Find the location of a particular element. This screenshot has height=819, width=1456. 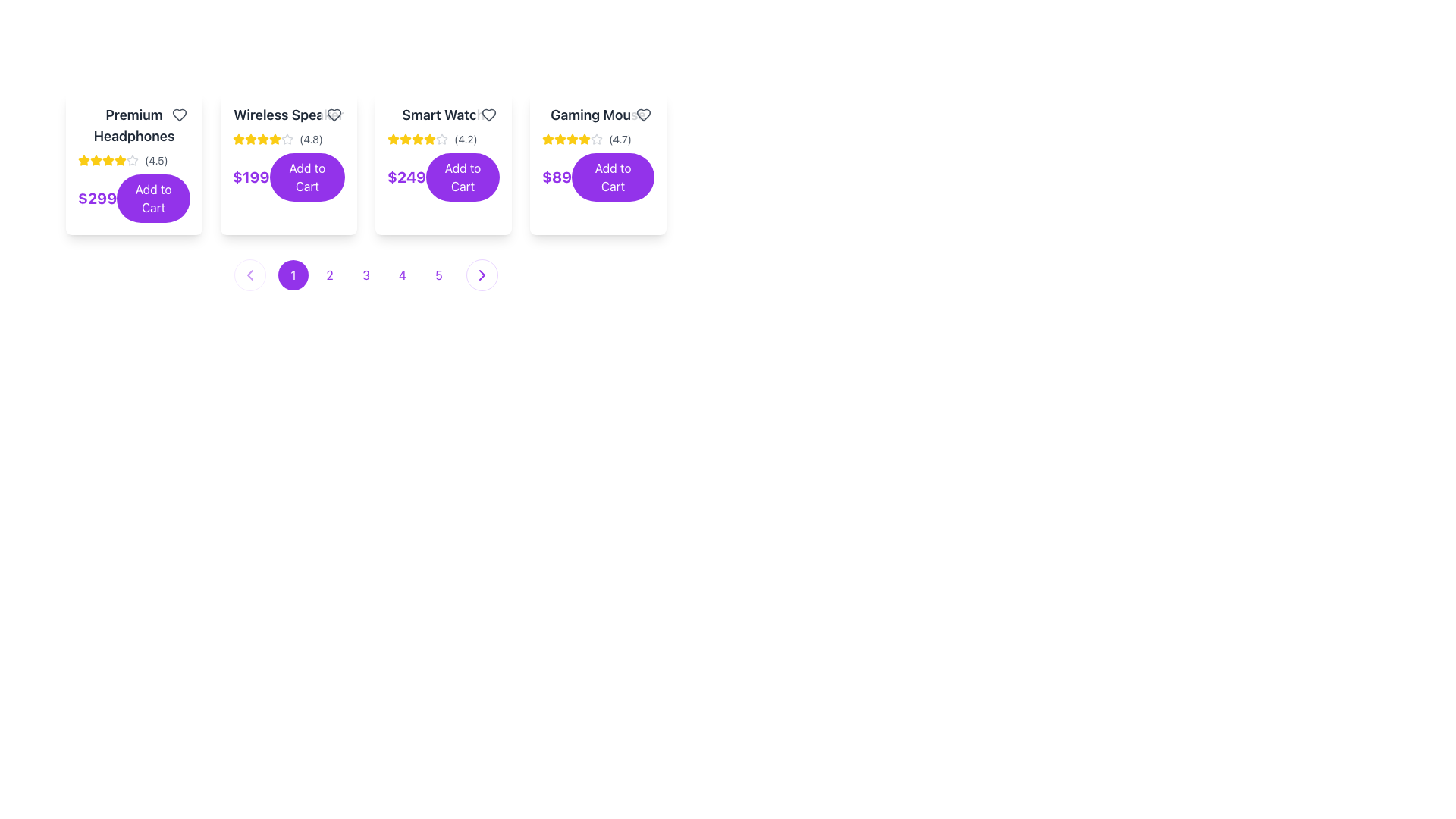

the Rating display element for the Smart Watch, specifically targeting the stars and the numerical rating '(4.2)' is located at coordinates (443, 140).